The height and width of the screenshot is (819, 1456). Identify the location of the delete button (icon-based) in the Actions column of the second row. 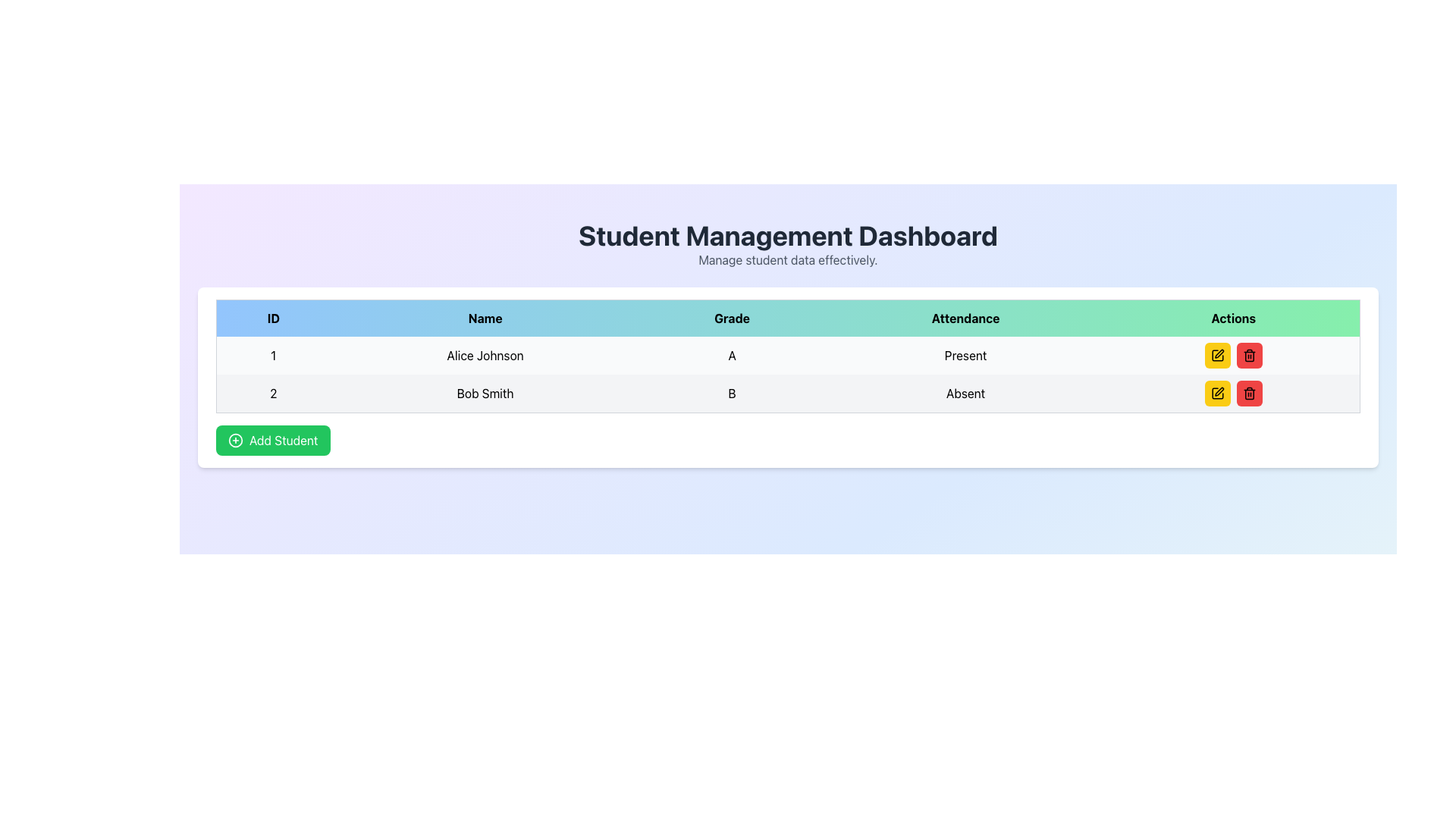
(1249, 394).